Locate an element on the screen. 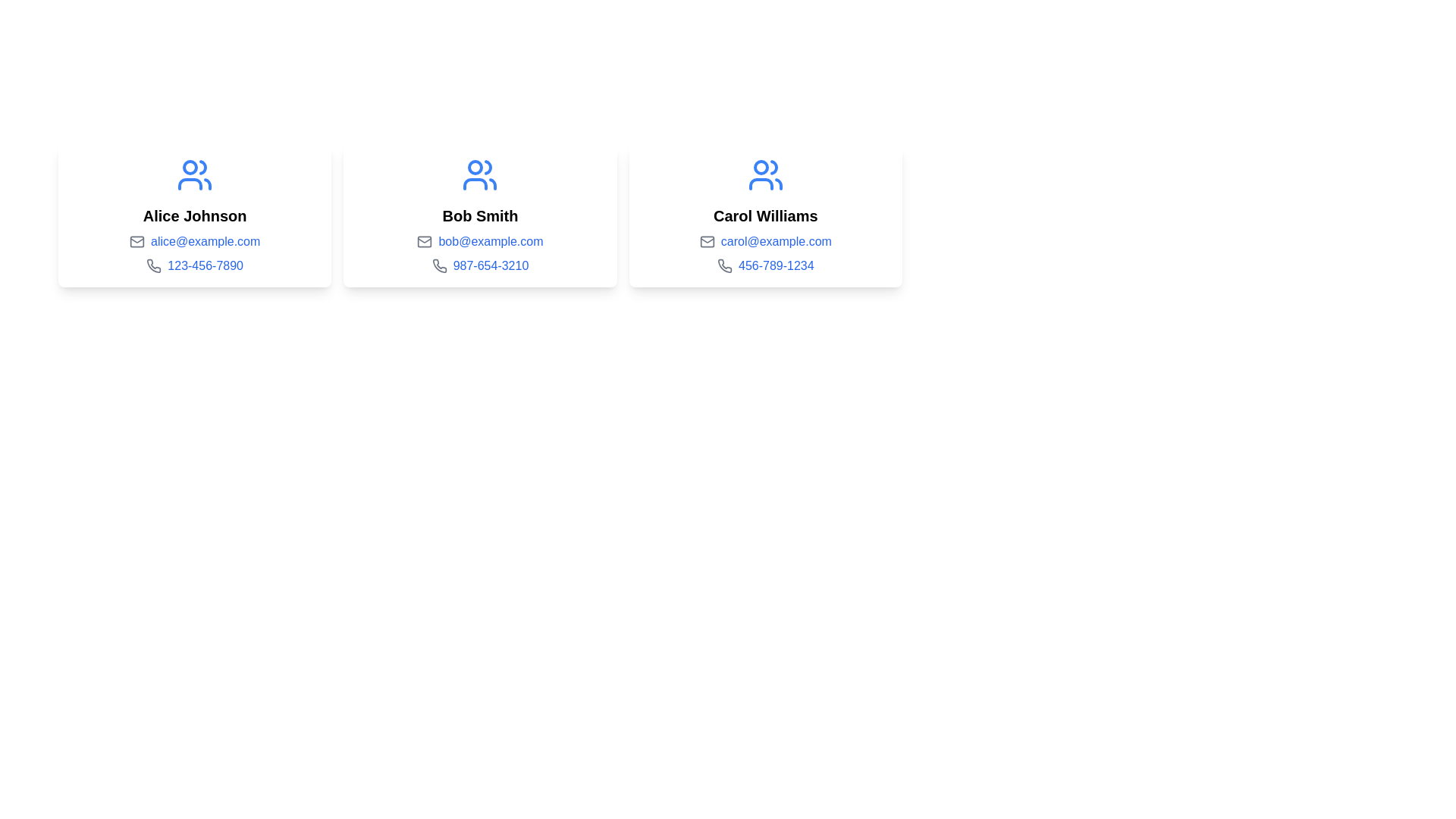 This screenshot has width=1456, height=819. the email icon representing 'alice@example.com', situated to the left of the text 'alice@example.com' and below 'Alice Johnson' is located at coordinates (137, 241).